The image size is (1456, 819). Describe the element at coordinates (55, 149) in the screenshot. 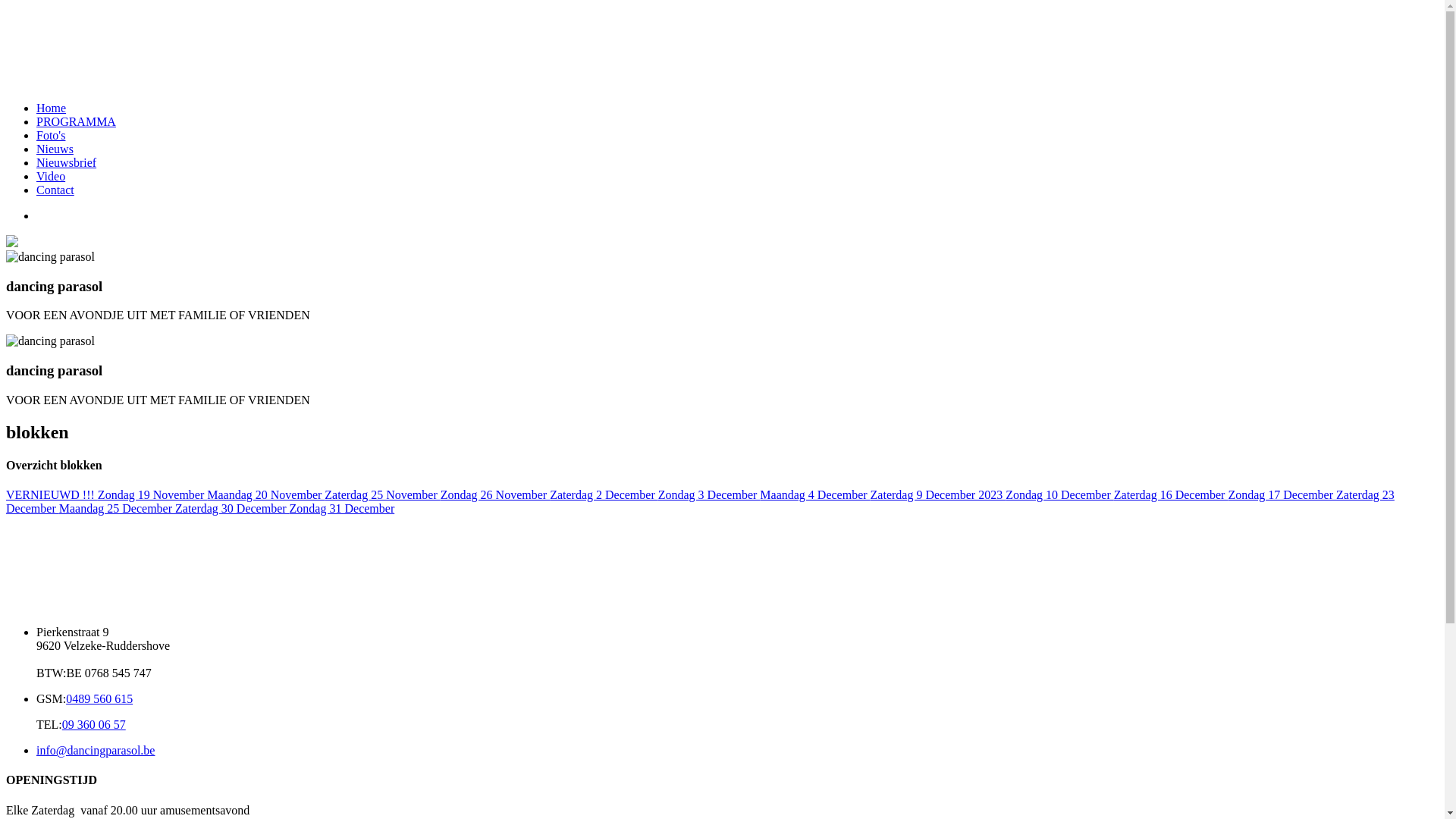

I see `'Nieuws'` at that location.